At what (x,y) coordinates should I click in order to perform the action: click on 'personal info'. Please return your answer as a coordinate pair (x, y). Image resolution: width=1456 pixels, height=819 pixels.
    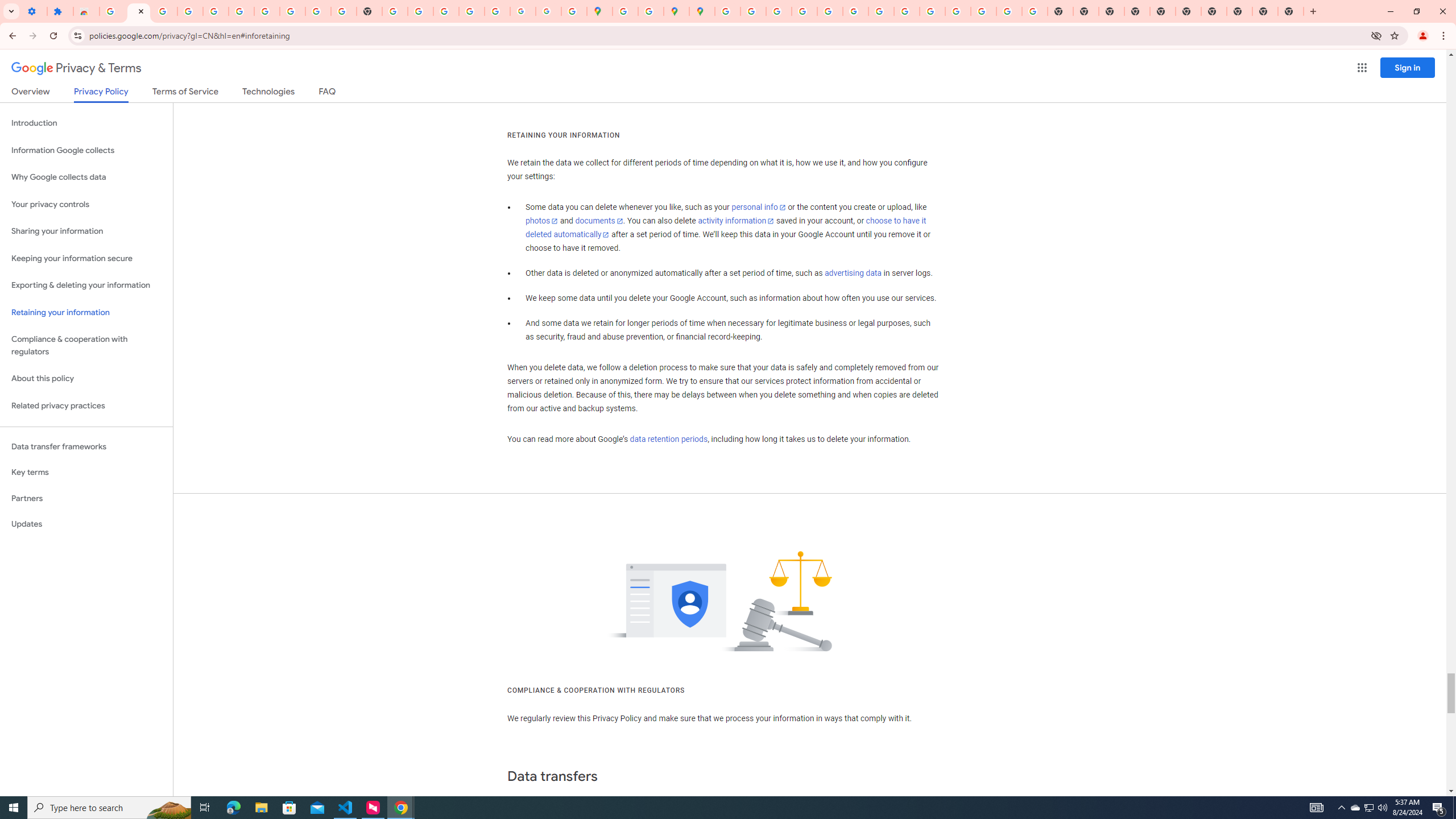
    Looking at the image, I should click on (758, 207).